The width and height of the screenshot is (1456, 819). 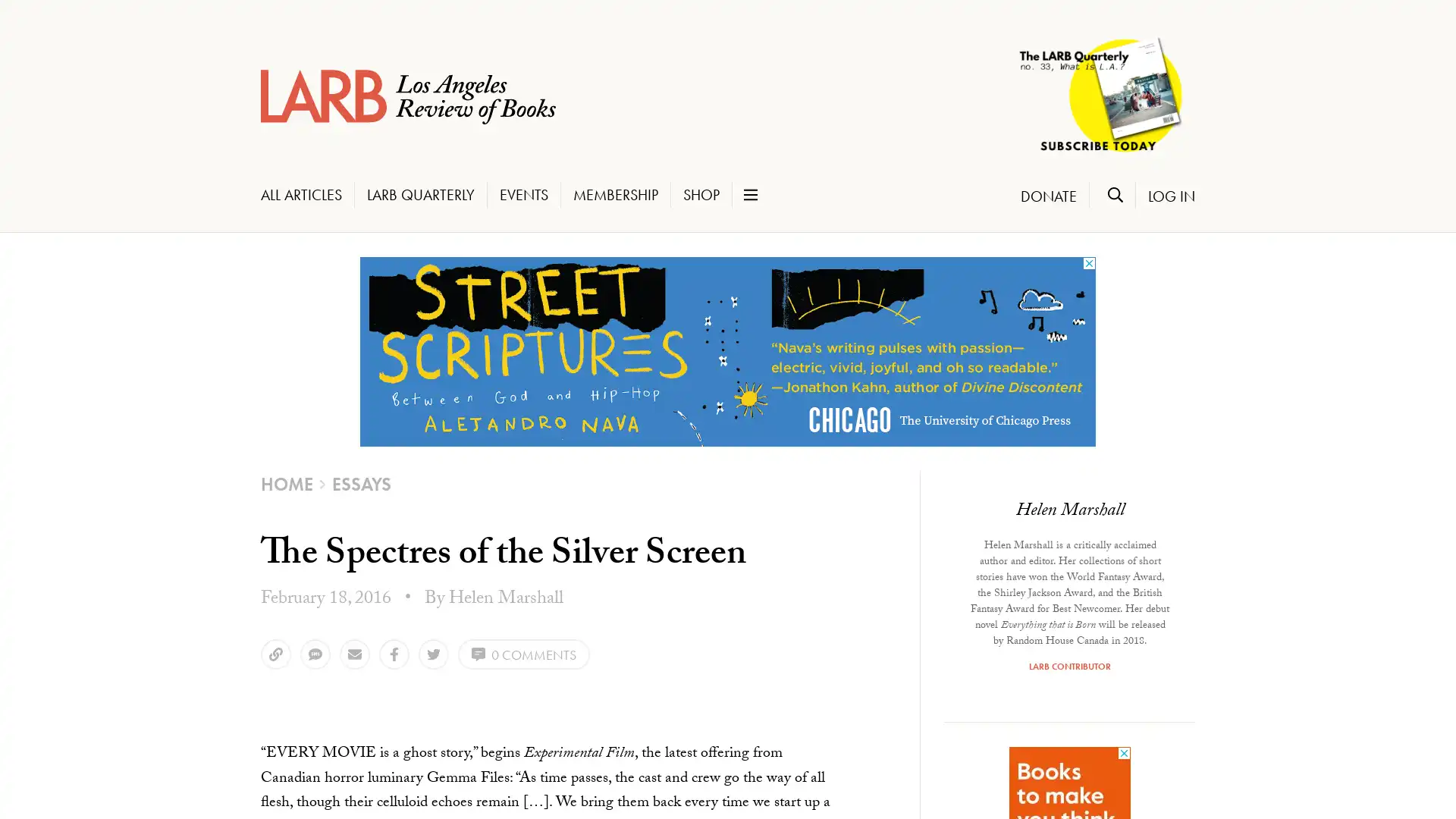 What do you see at coordinates (72, 752) in the screenshot?
I see `Click Esc To Dismiss` at bounding box center [72, 752].